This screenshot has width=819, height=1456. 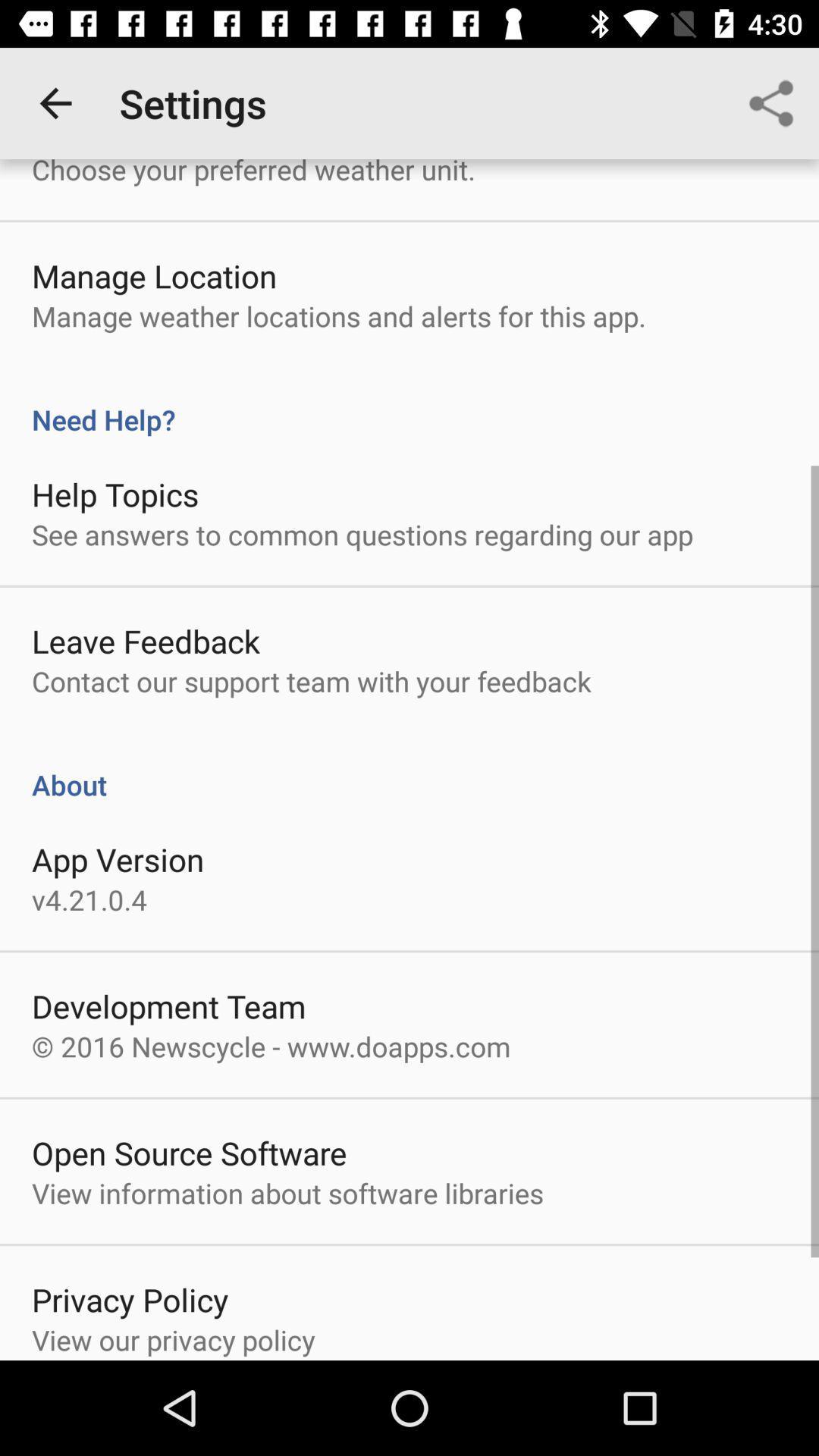 I want to click on the icon above the choose your preferred, so click(x=55, y=102).